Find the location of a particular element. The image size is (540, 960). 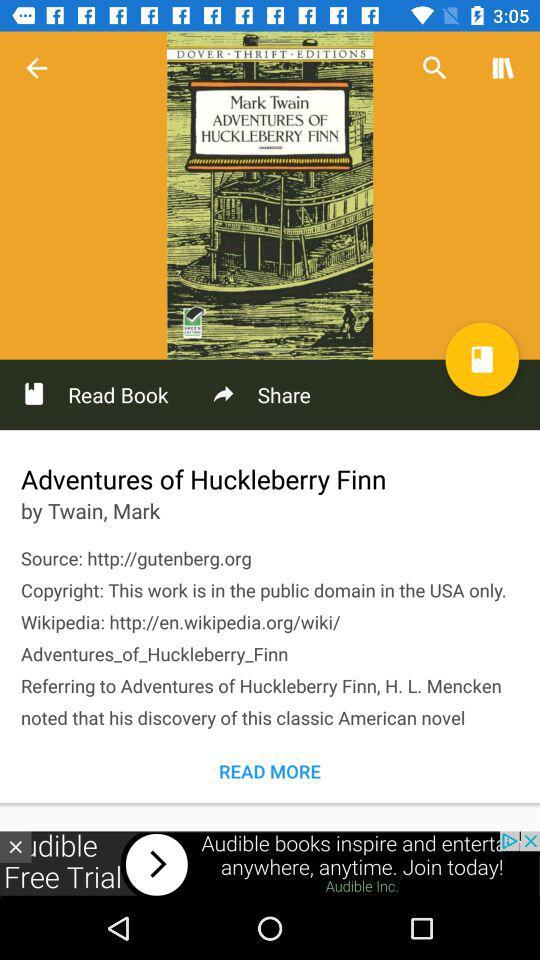

the bookmark icon is located at coordinates (481, 359).